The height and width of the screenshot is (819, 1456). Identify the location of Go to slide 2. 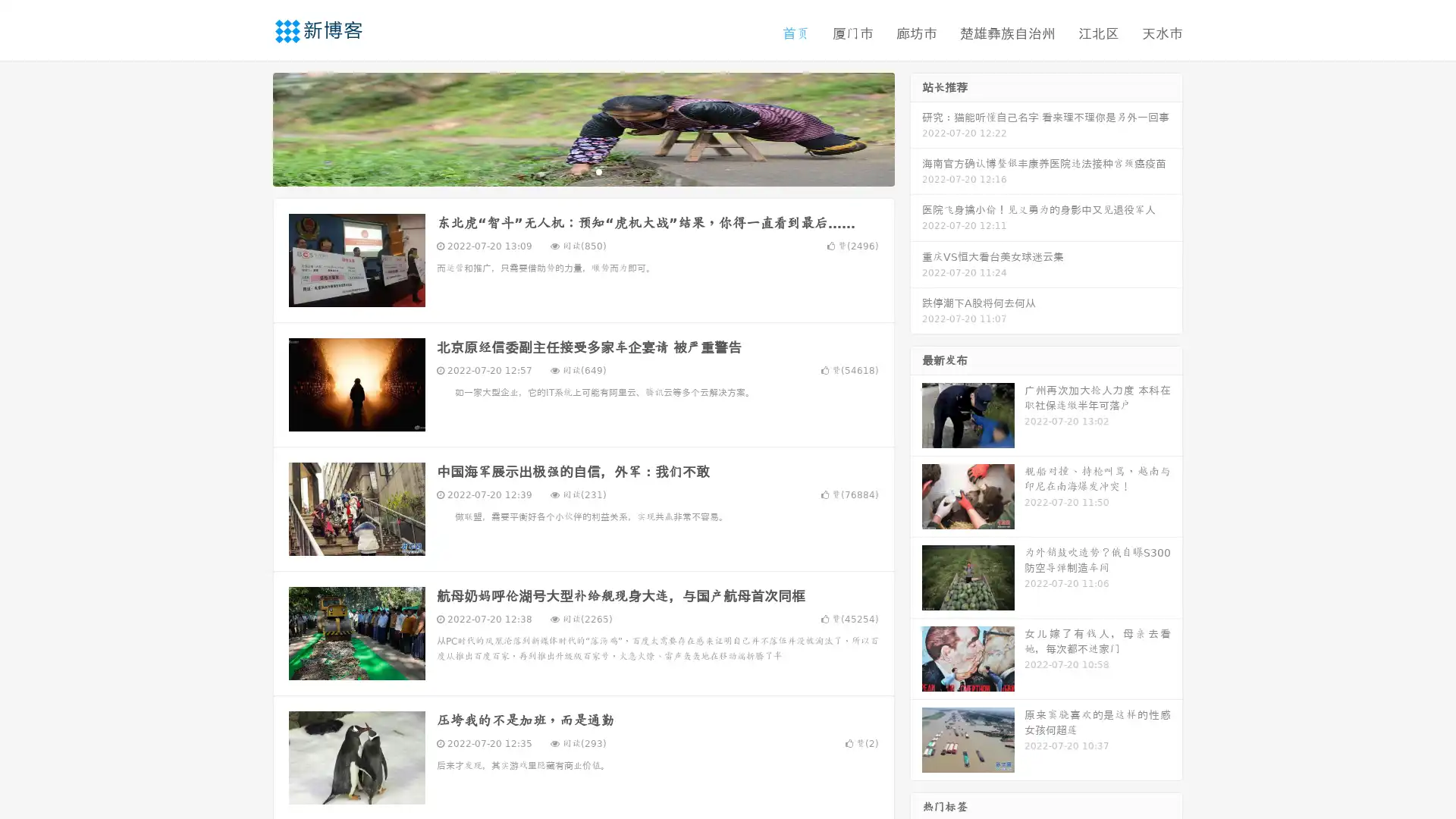
(582, 171).